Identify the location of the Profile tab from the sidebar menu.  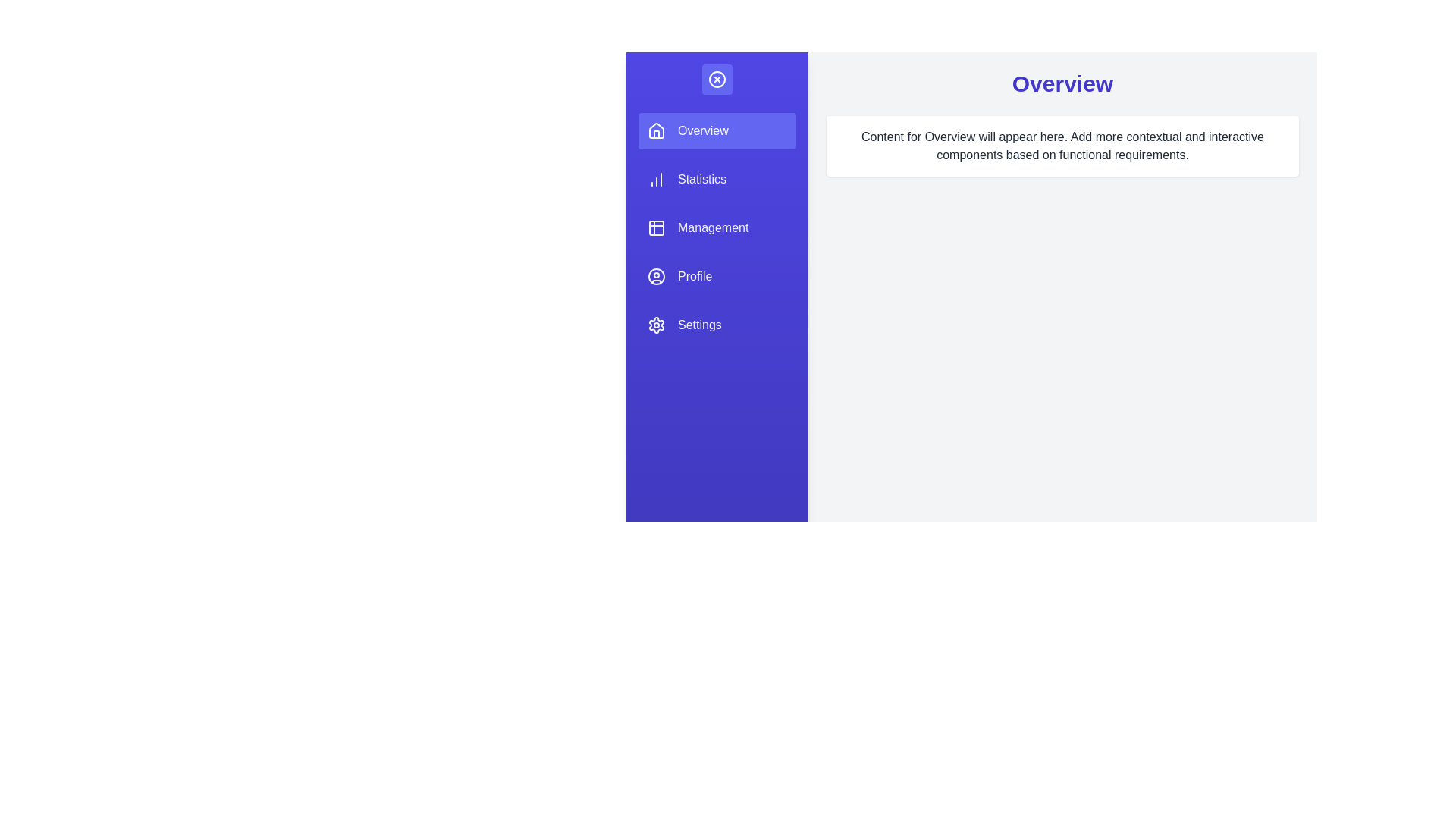
(716, 277).